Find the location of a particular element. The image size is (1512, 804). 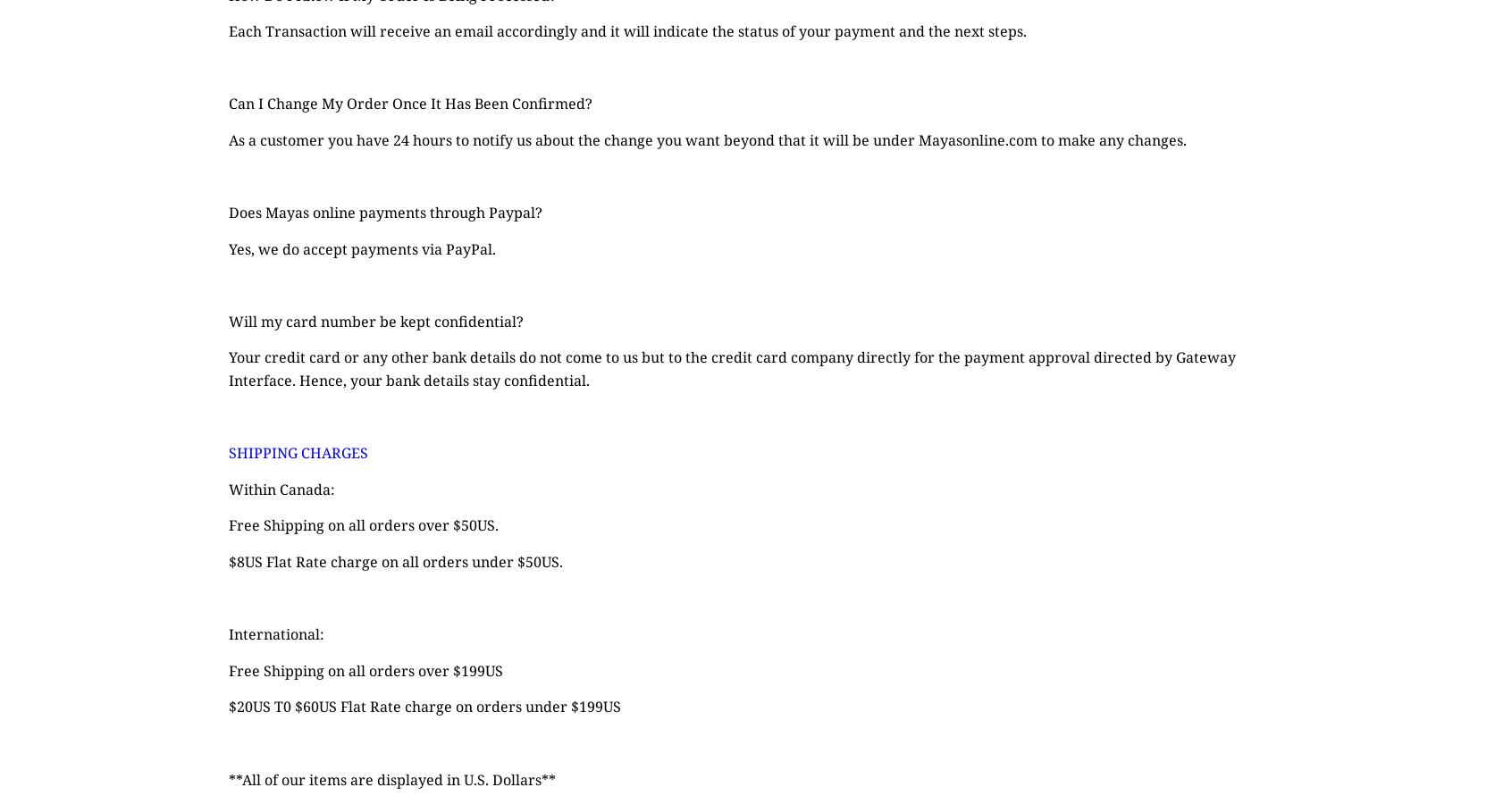

'$20US T0 $60US Flat Rate charge on orders under $199US' is located at coordinates (424, 707).